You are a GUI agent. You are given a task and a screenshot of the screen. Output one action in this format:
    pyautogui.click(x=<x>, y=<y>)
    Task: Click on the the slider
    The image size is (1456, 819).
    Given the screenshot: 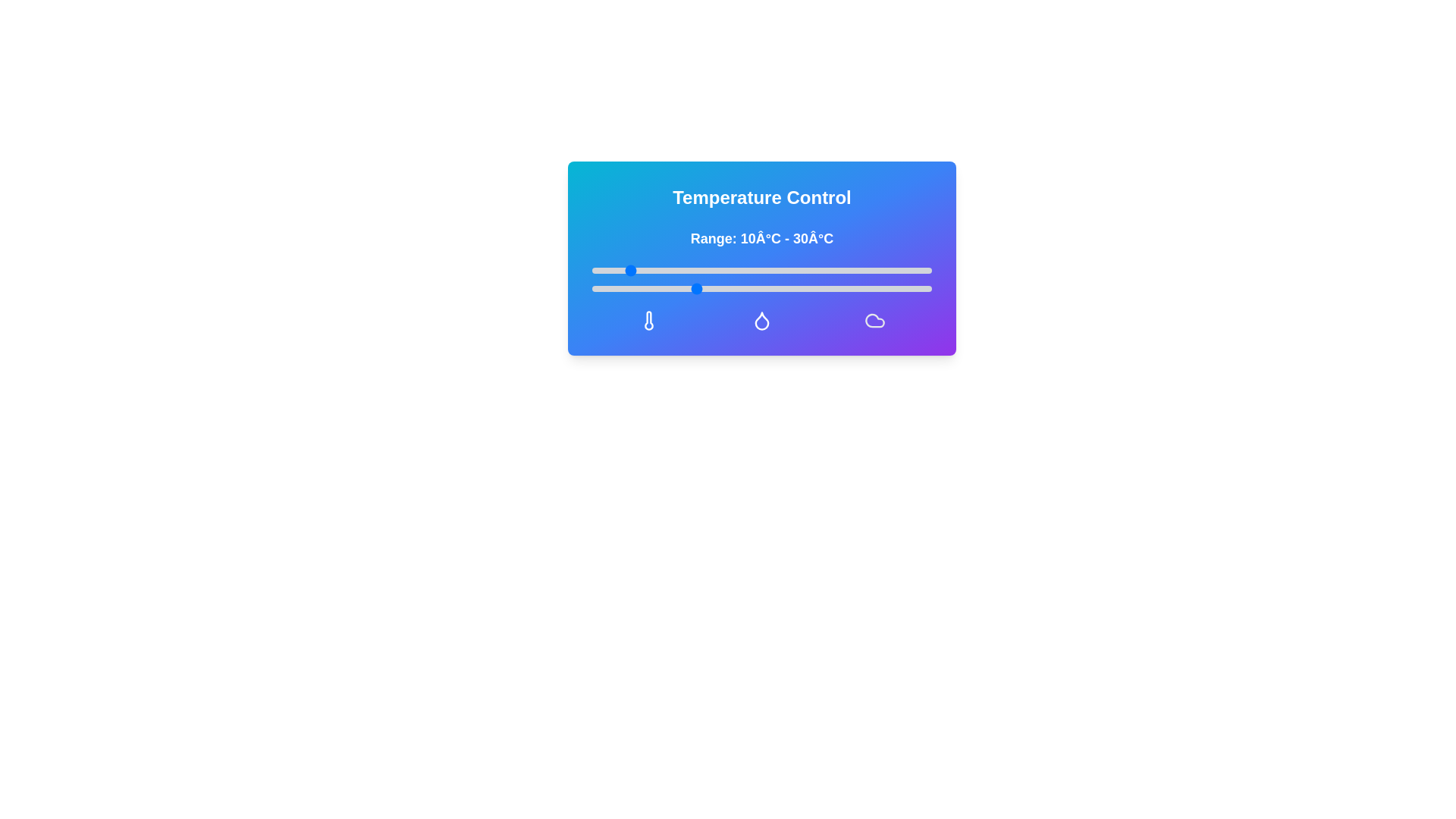 What is the action you would take?
    pyautogui.click(x=657, y=289)
    